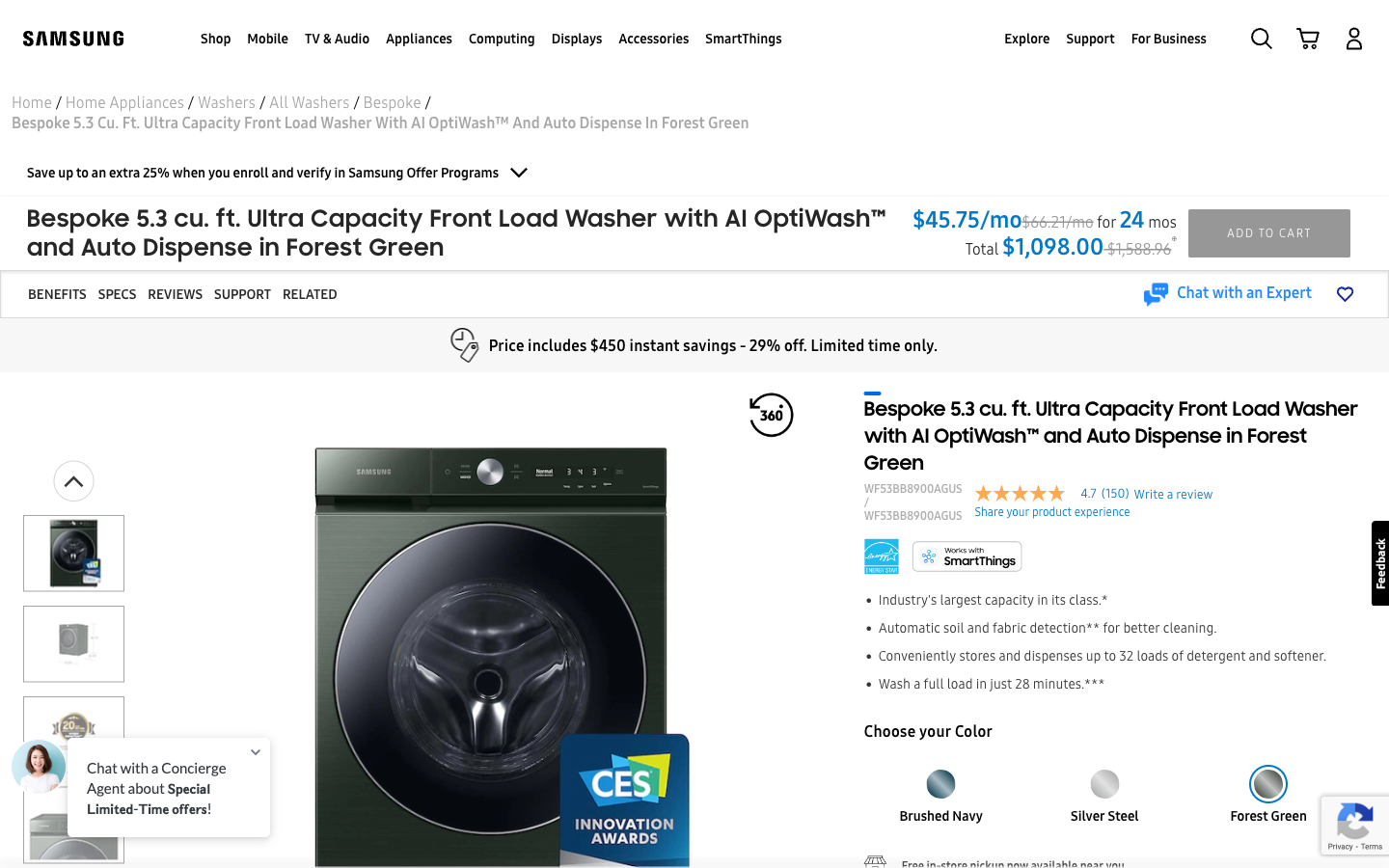  What do you see at coordinates (175, 293) in the screenshot?
I see `Verify the customer feedback for the washer` at bounding box center [175, 293].